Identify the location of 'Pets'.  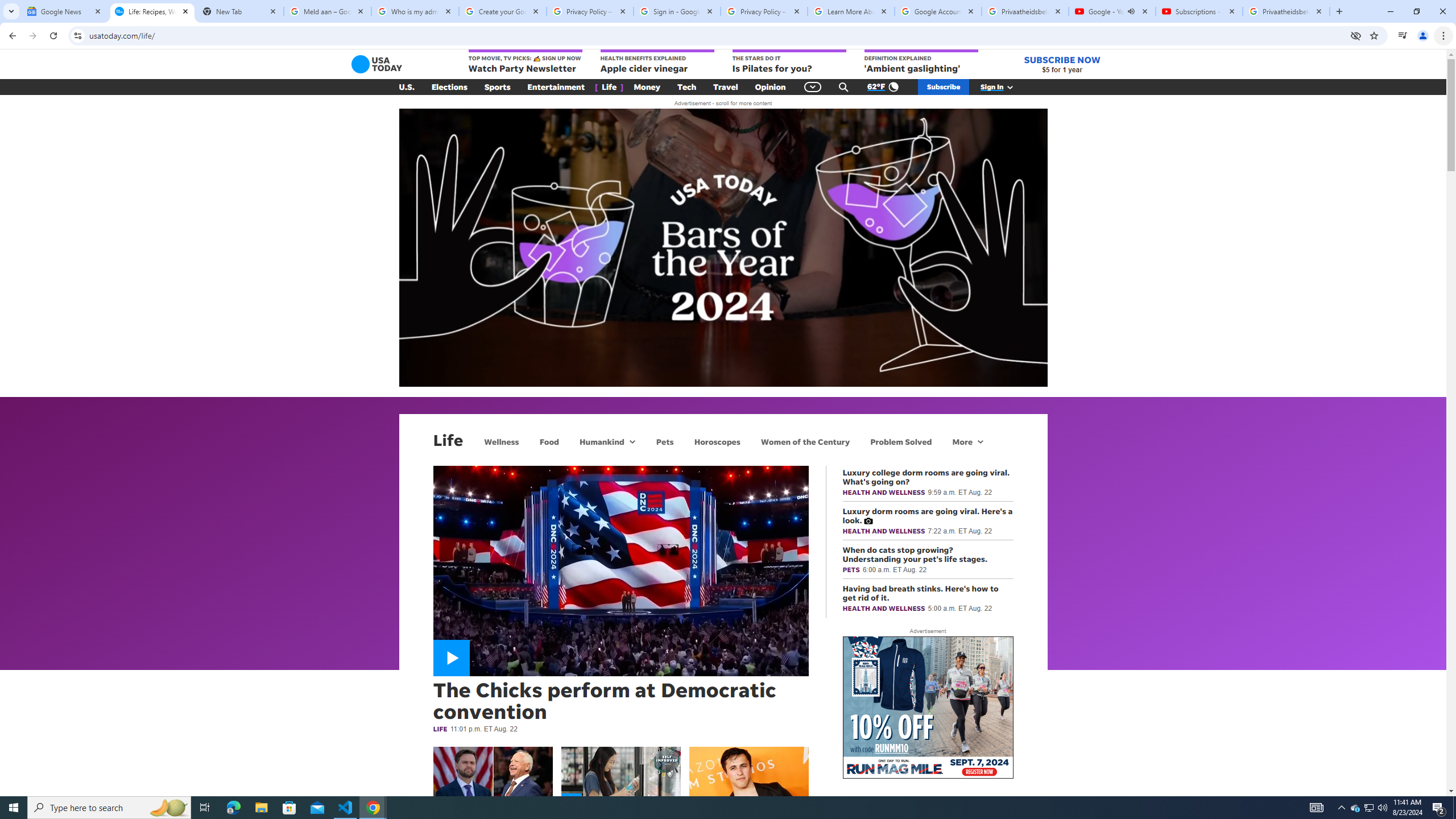
(664, 441).